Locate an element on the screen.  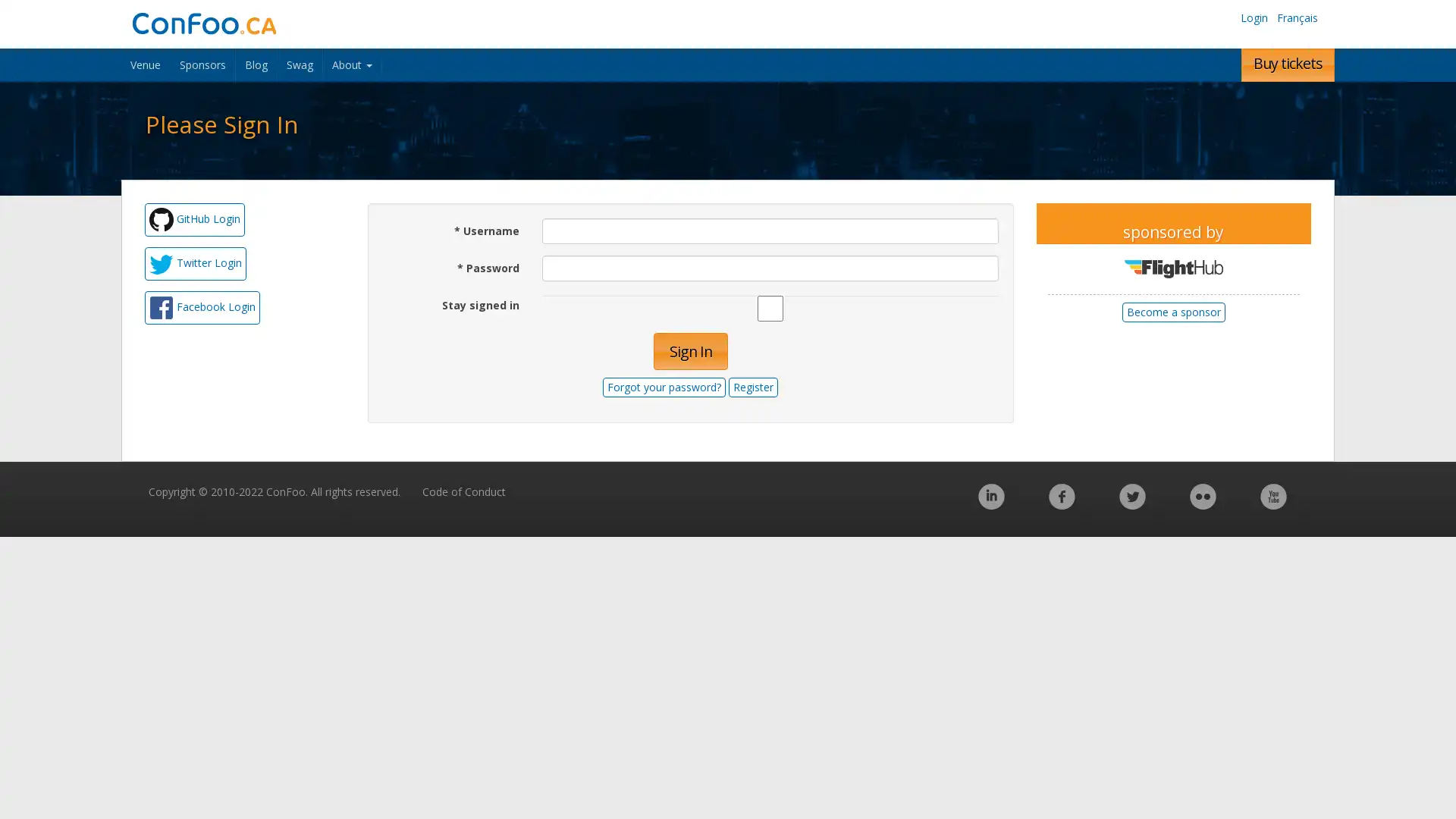
Sign In is located at coordinates (689, 351).